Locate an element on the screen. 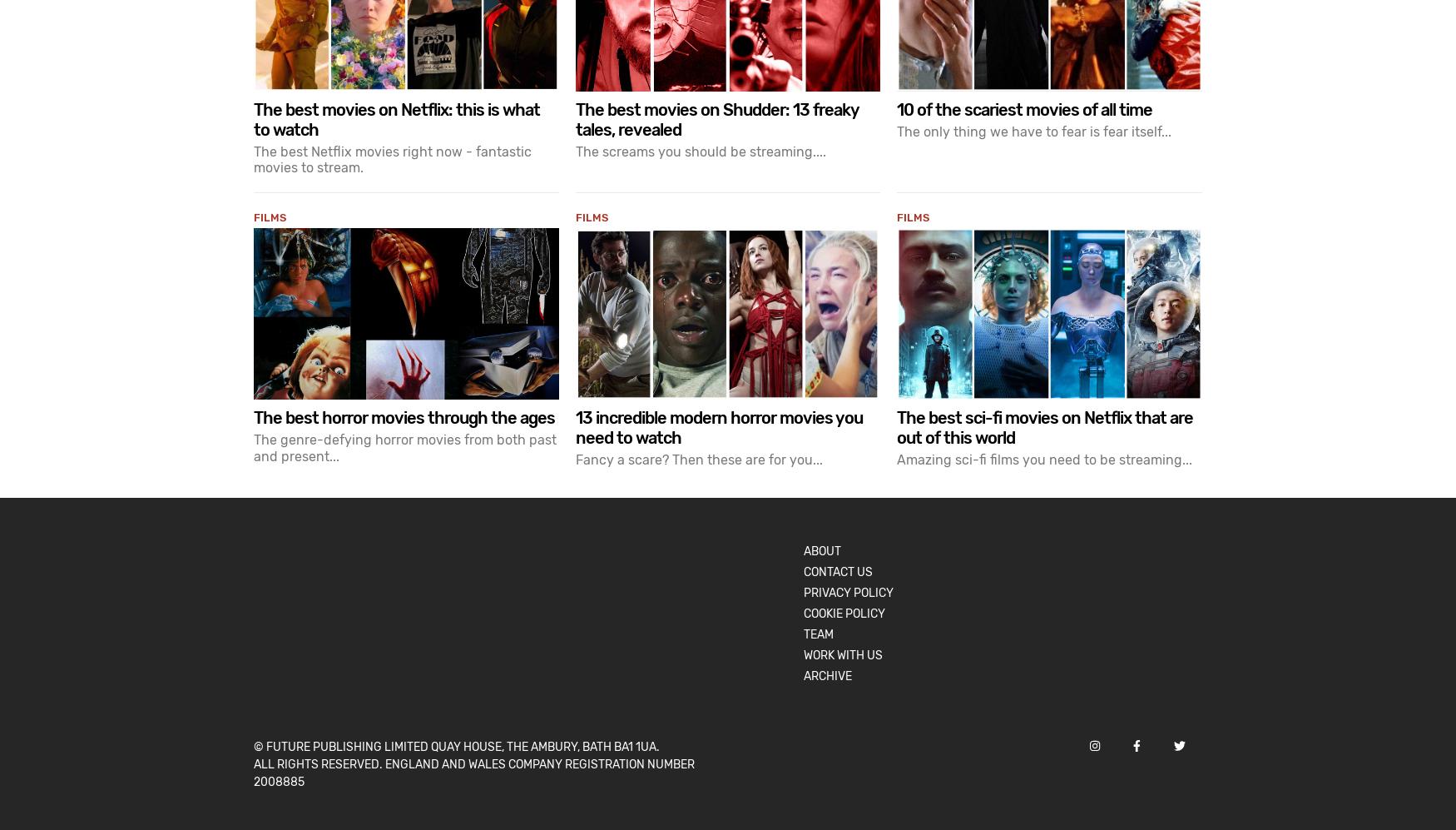 This screenshot has width=1456, height=830. 'Amazing sci-fi films you need to be streaming...' is located at coordinates (1043, 460).